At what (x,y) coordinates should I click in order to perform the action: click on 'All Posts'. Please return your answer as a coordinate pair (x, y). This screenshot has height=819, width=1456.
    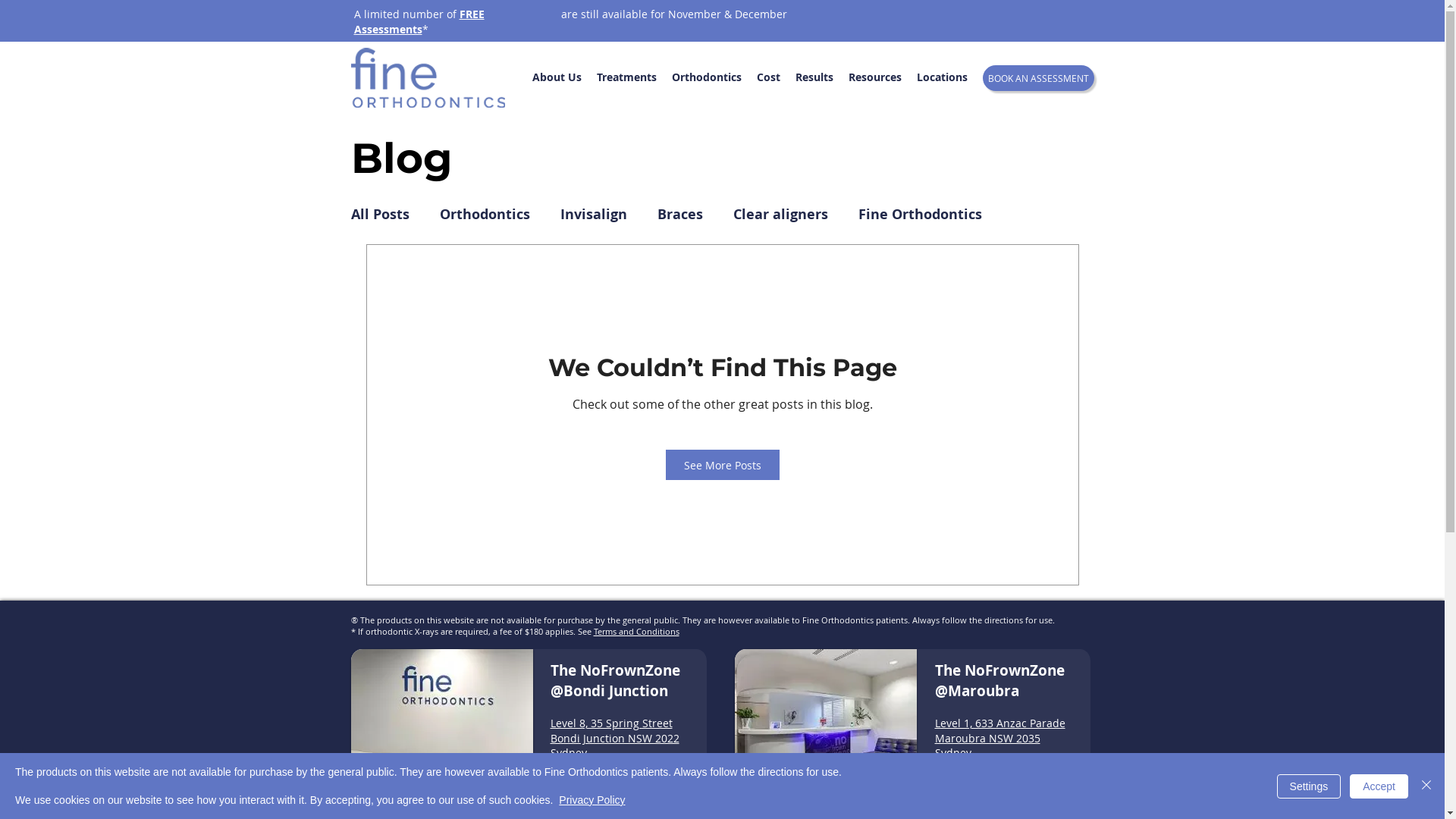
    Looking at the image, I should click on (379, 214).